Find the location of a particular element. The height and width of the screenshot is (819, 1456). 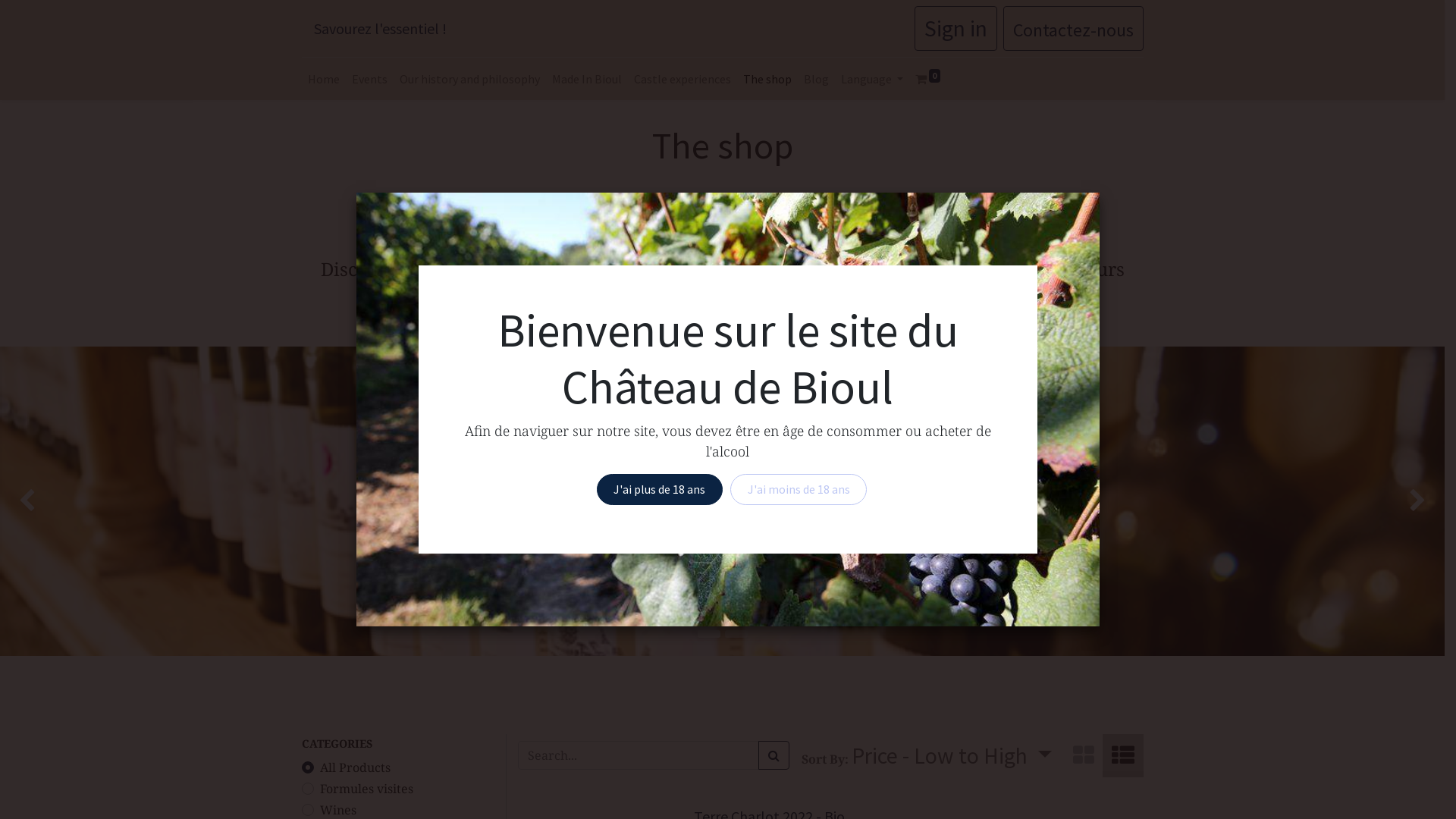

'List' is located at coordinates (1103, 755).